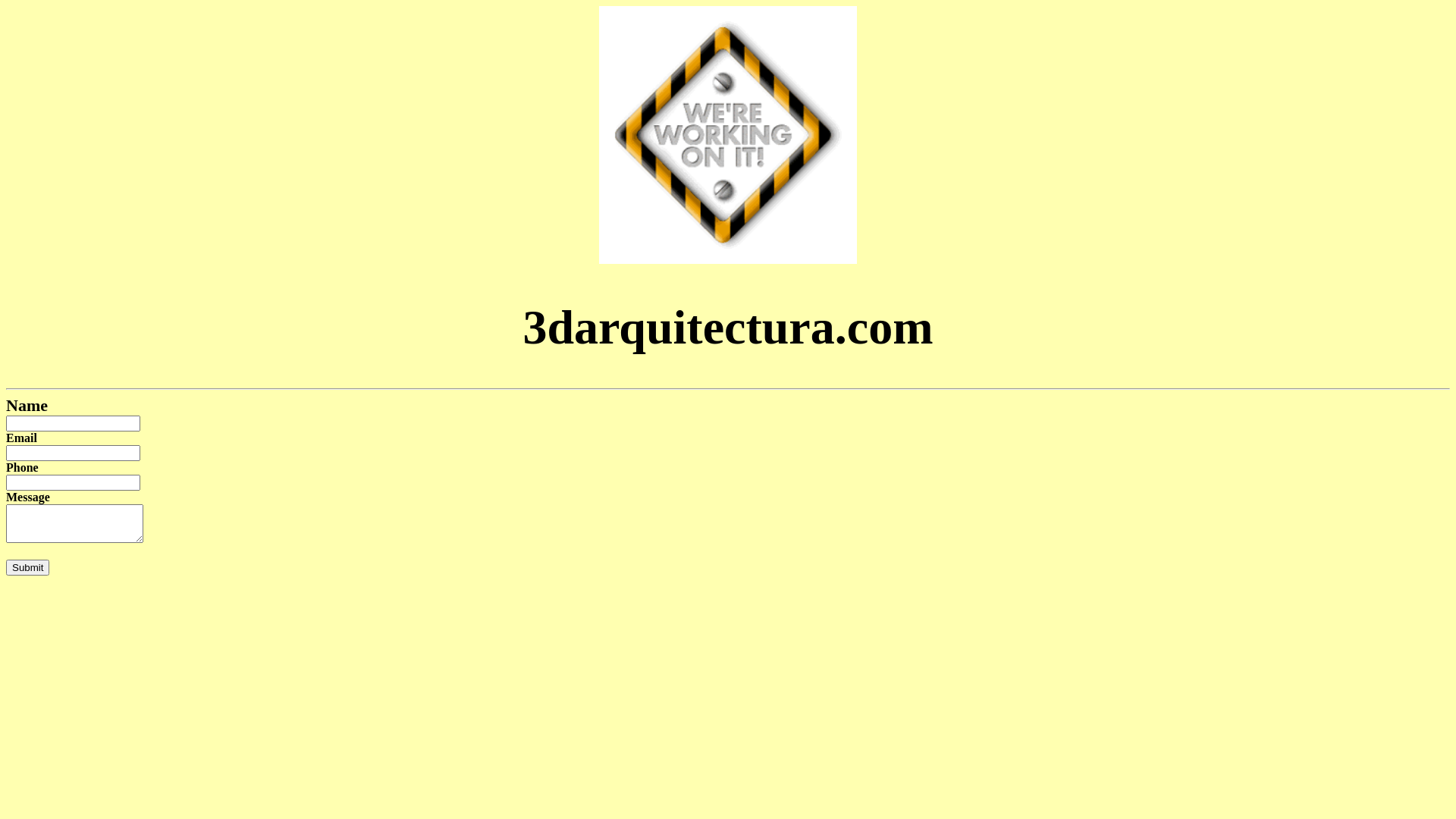 The height and width of the screenshot is (819, 1456). What do you see at coordinates (27, 567) in the screenshot?
I see `'Submit'` at bounding box center [27, 567].